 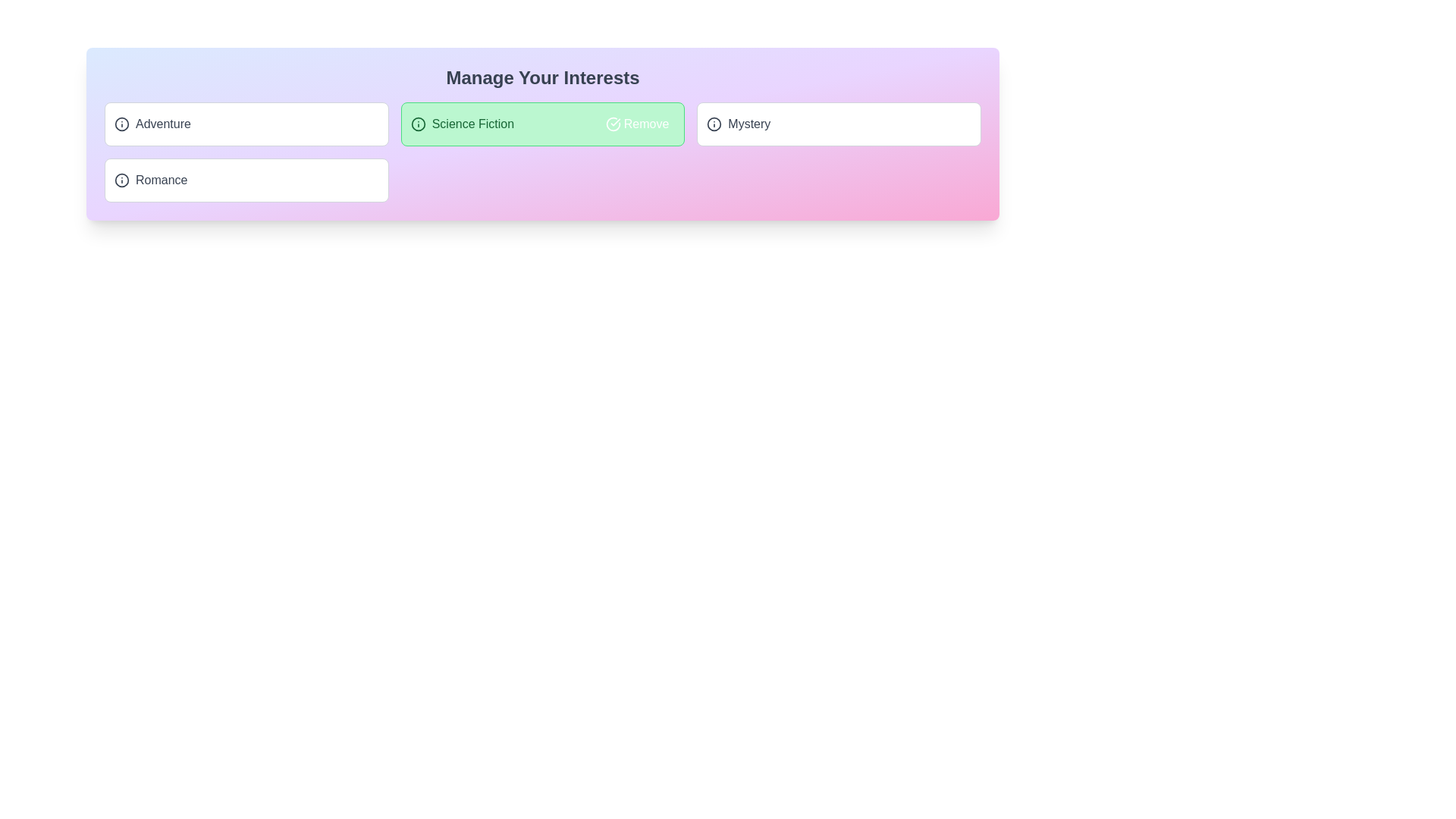 What do you see at coordinates (944, 124) in the screenshot?
I see `the action button next to the tag labeled 'Mystery' to toggle its 'added' status` at bounding box center [944, 124].